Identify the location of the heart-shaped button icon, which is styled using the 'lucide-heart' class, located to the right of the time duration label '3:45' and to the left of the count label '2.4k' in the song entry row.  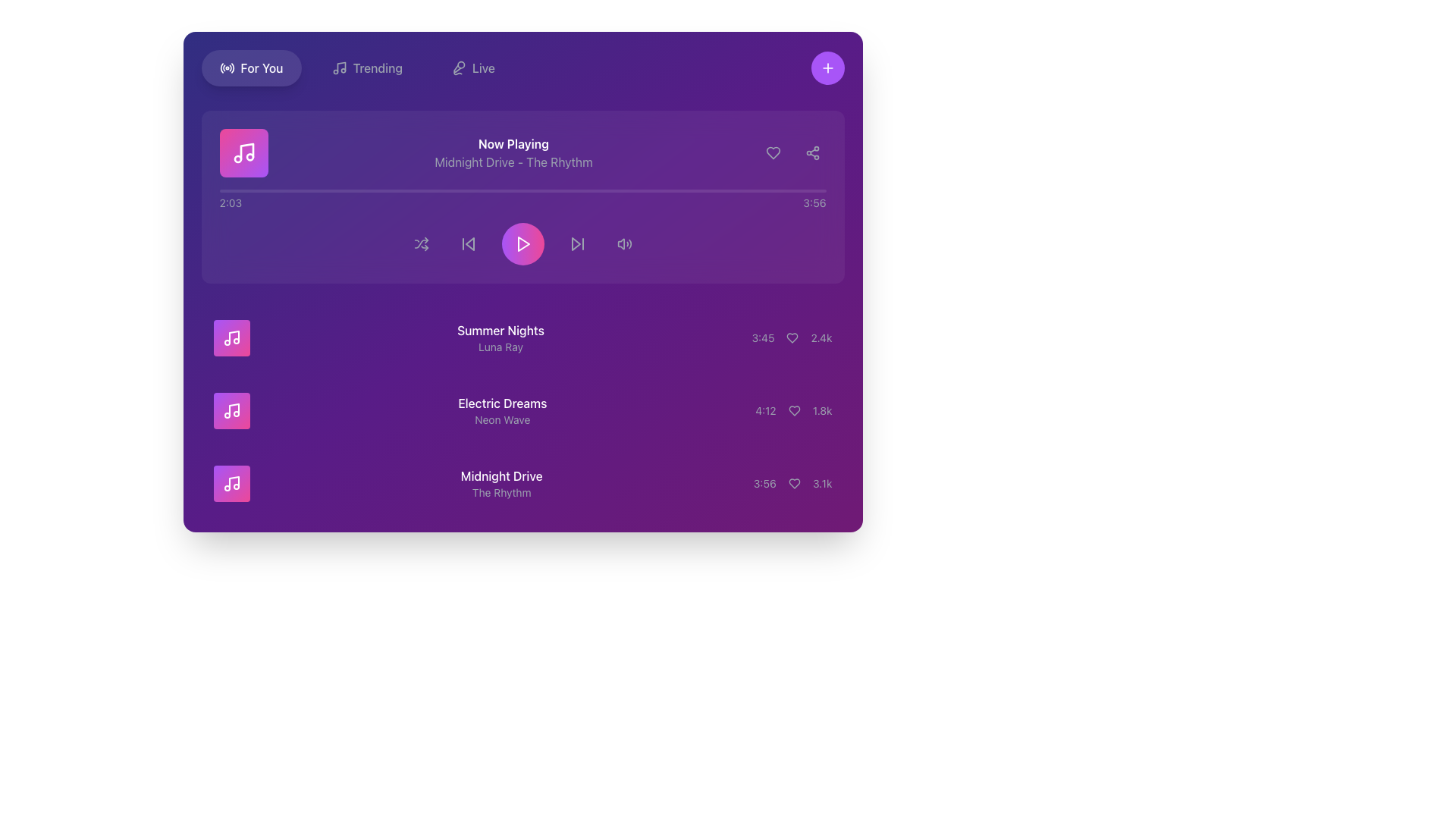
(792, 337).